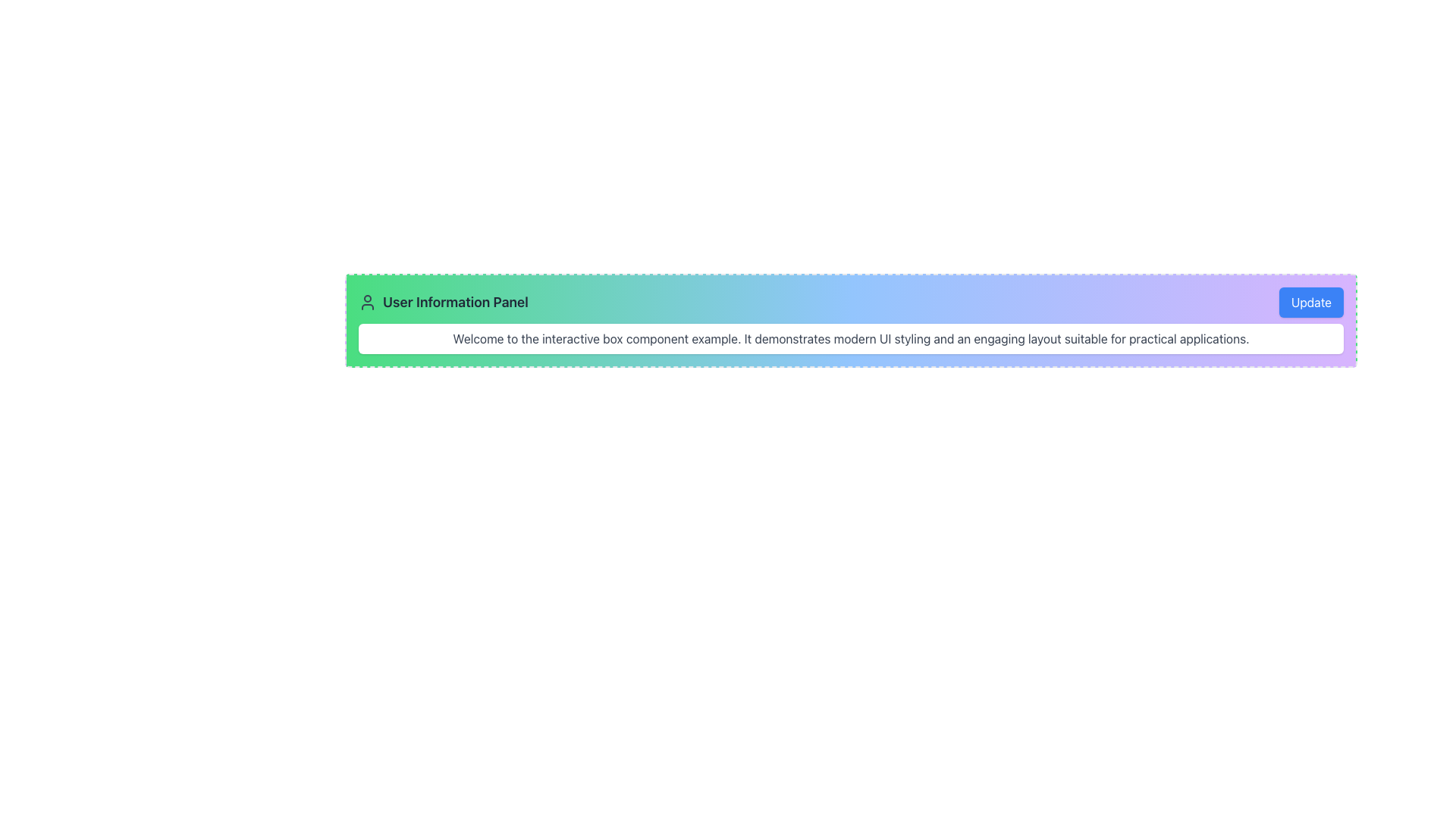 Image resolution: width=1456 pixels, height=819 pixels. I want to click on informative text displayed in the Text Display Block located below the 'User Information Panel' header and the 'Update' button, so click(851, 338).